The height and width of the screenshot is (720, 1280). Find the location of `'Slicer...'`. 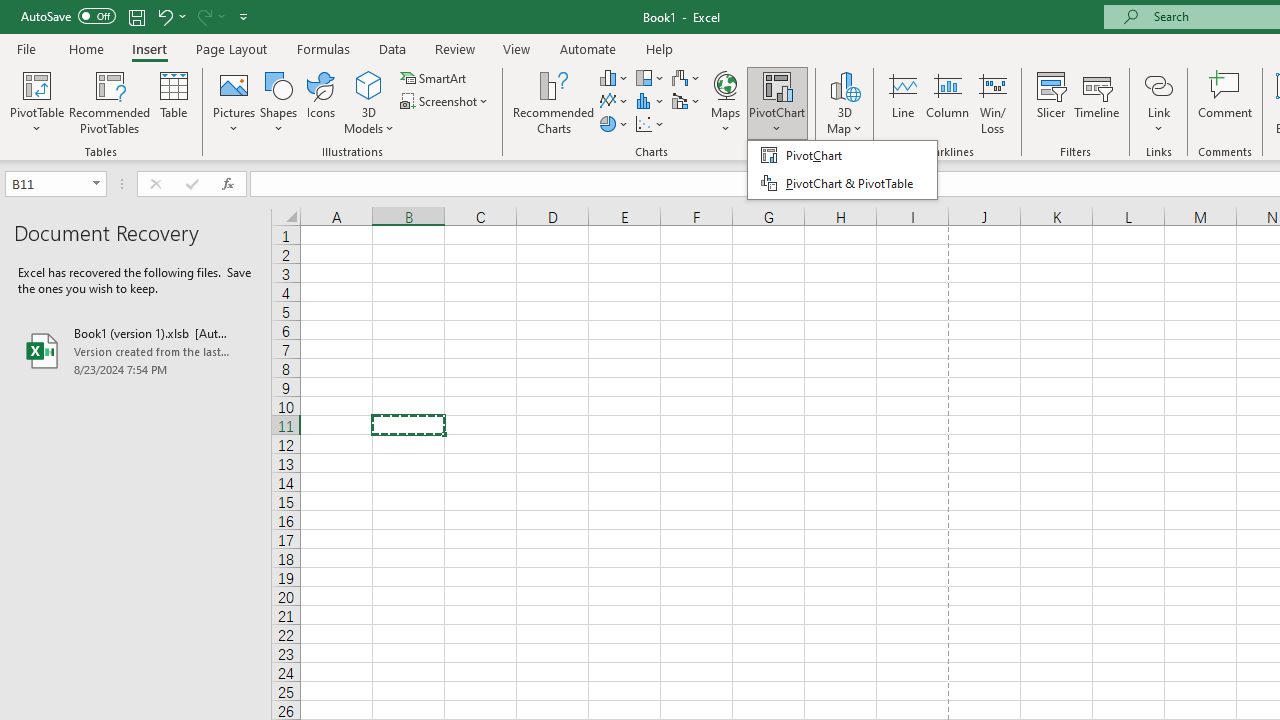

'Slicer...' is located at coordinates (1050, 103).